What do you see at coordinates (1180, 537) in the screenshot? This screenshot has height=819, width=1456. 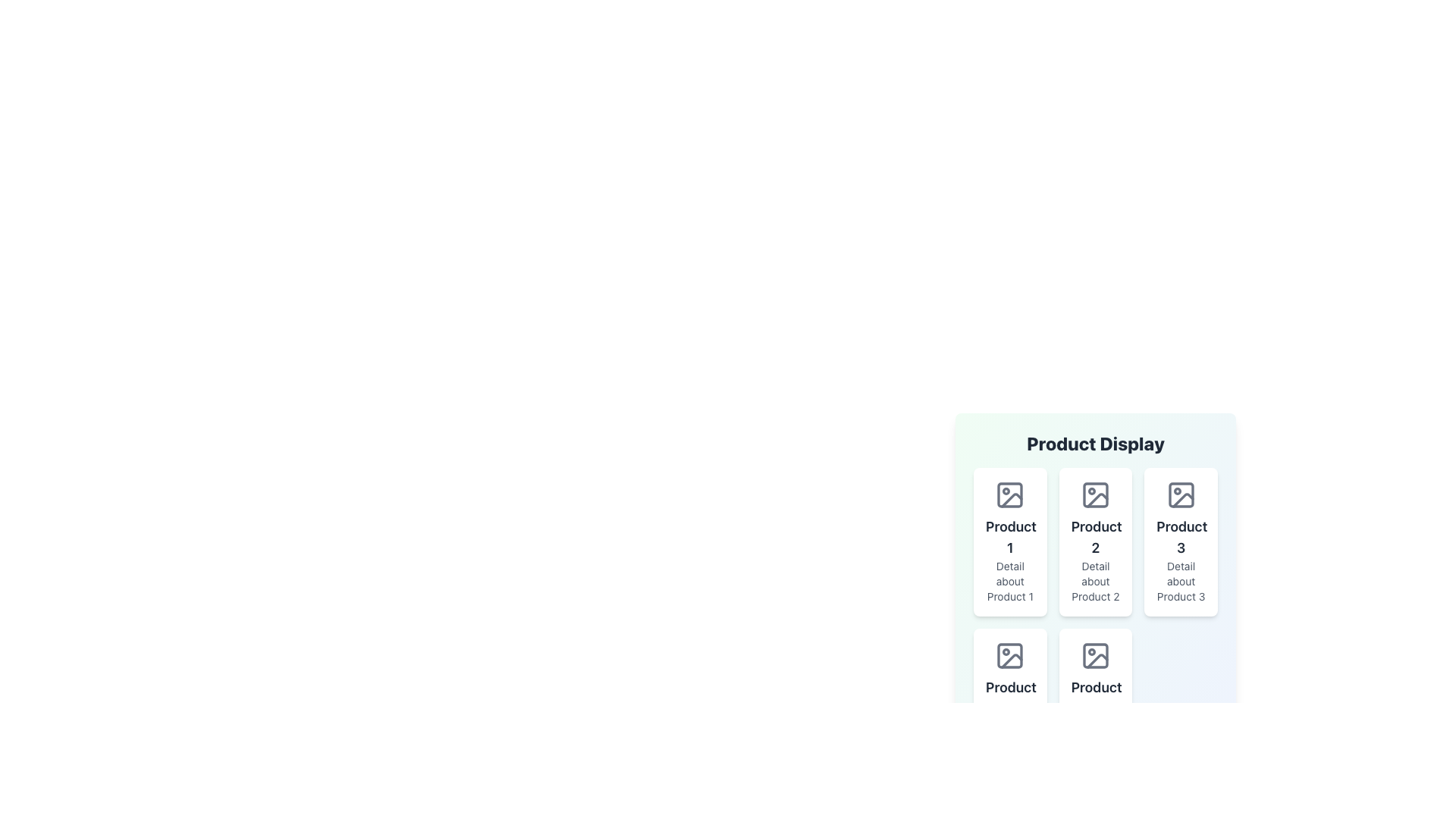 I see `the text label element displaying 'Product 3', which is styled as a title in bold and larger font, located in the top-right cell of a 2x3 grid layout` at bounding box center [1180, 537].